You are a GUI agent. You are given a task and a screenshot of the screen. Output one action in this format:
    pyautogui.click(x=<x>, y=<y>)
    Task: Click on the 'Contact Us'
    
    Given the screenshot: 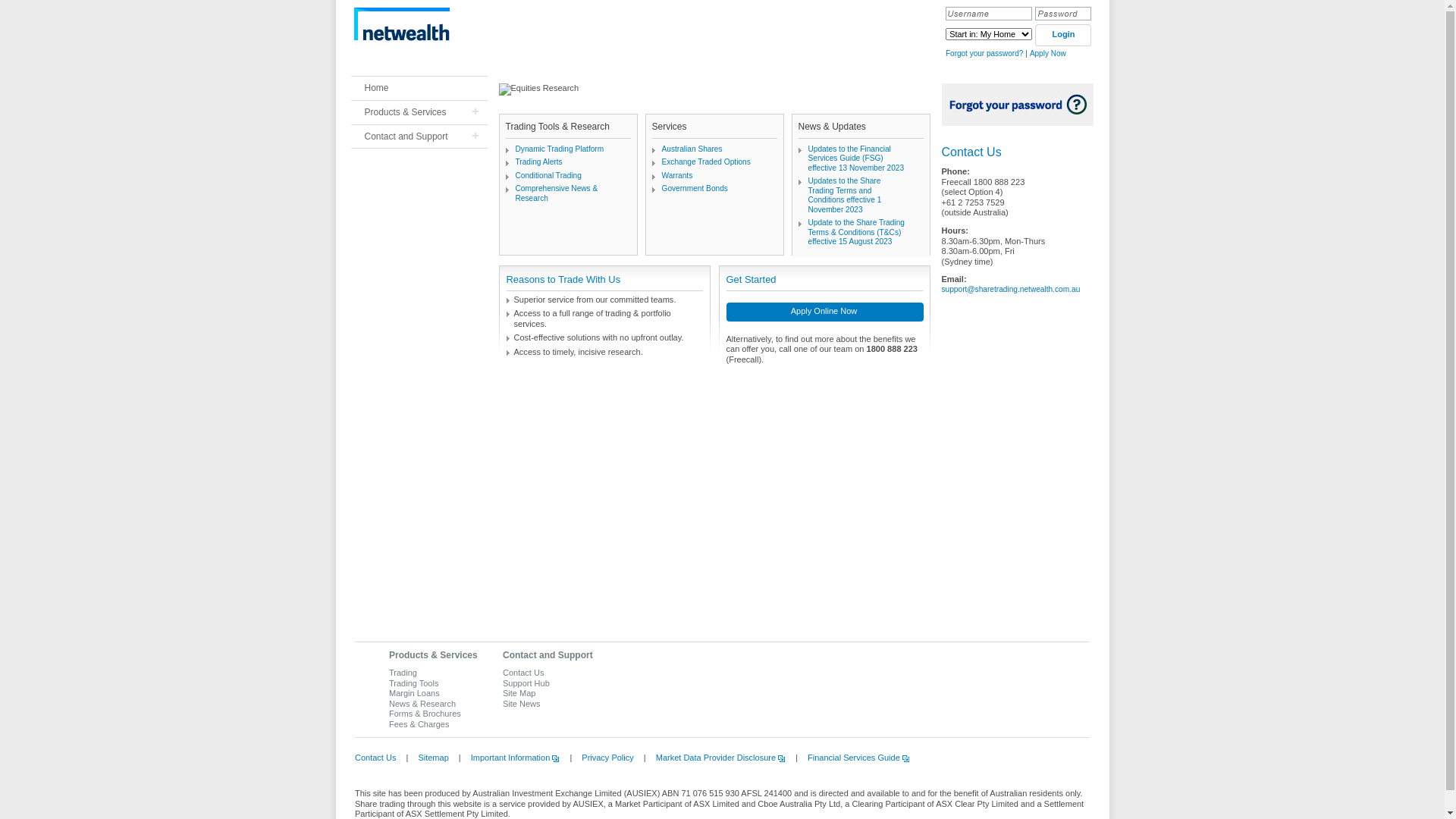 What is the action you would take?
    pyautogui.click(x=353, y=758)
    